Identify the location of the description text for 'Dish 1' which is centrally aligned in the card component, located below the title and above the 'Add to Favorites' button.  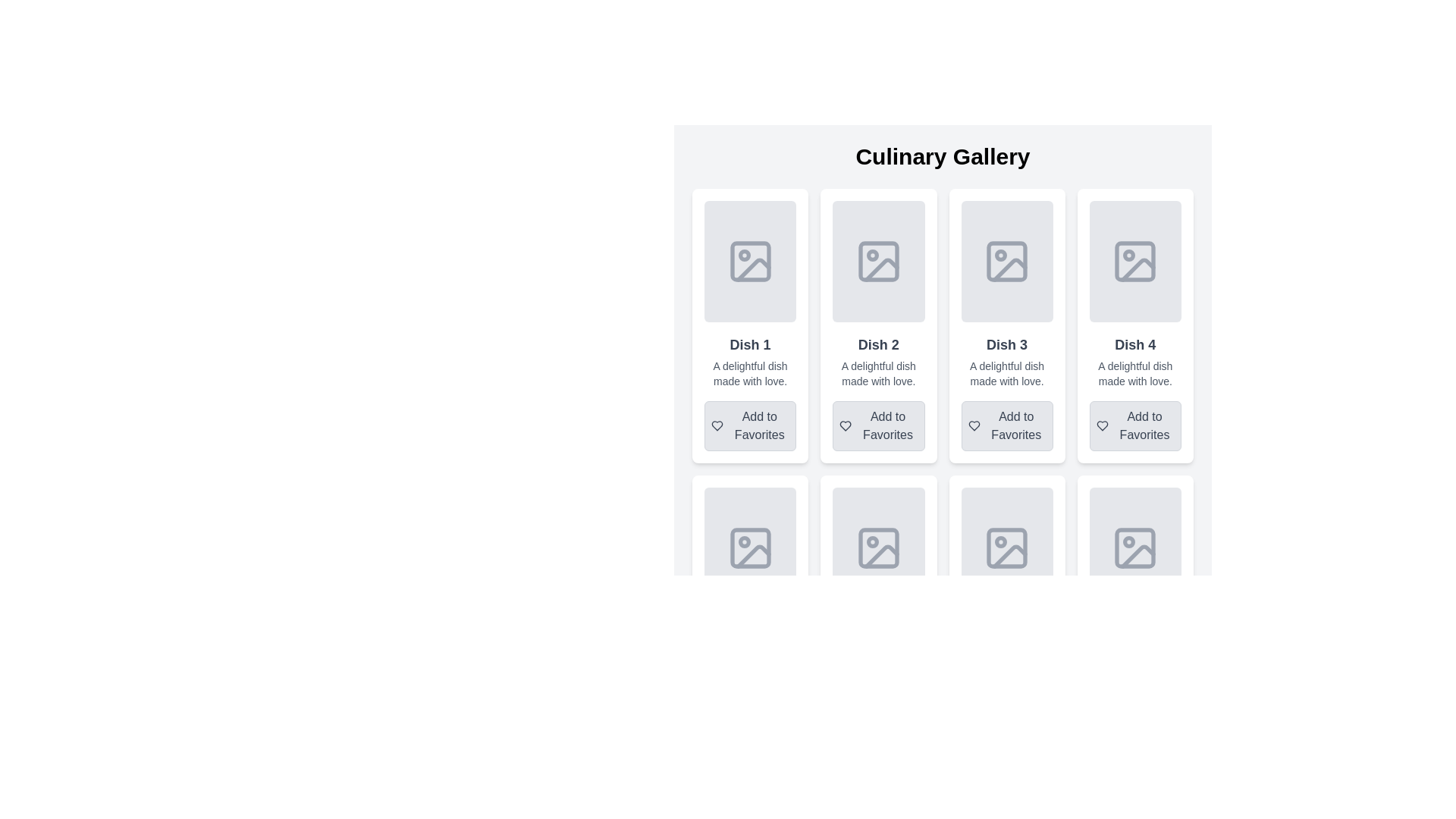
(750, 374).